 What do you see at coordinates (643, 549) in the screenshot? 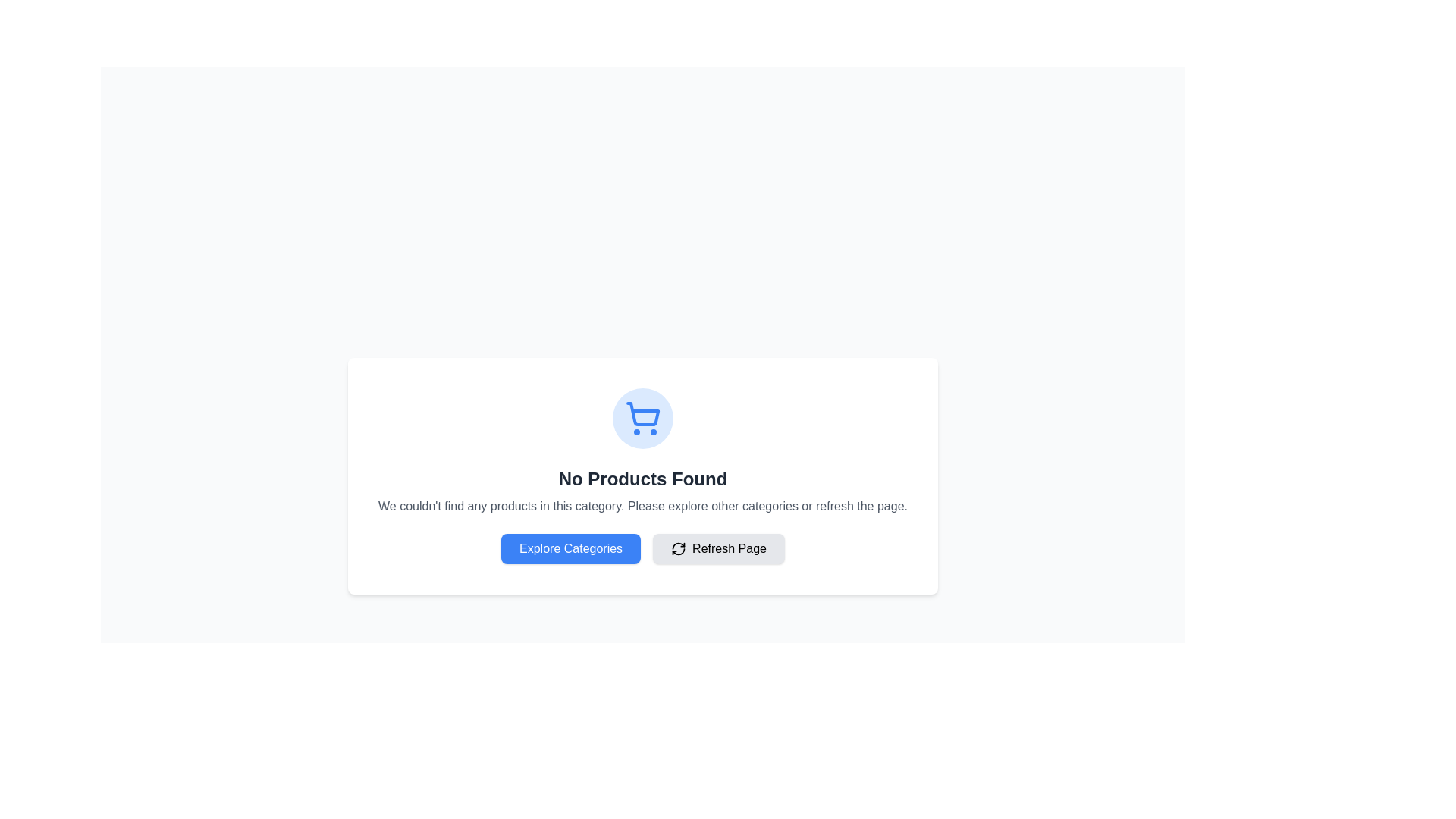
I see `the 'Refresh Page' button in the Interactive Button Group, which is located below the 'No Products Found' heading and description` at bounding box center [643, 549].